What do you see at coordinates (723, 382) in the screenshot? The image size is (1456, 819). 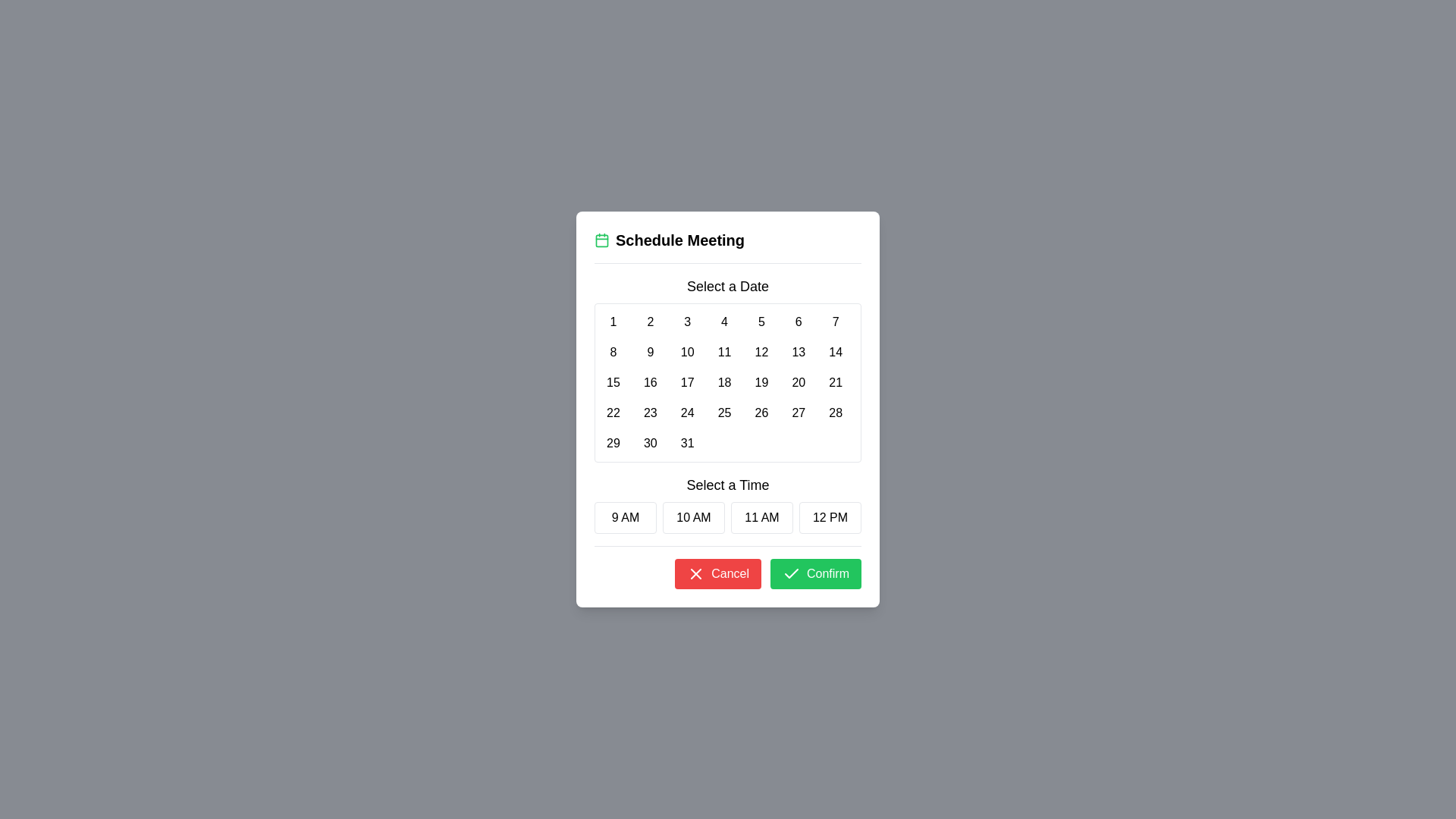 I see `the interactive button representing the 18th day in the calendar` at bounding box center [723, 382].